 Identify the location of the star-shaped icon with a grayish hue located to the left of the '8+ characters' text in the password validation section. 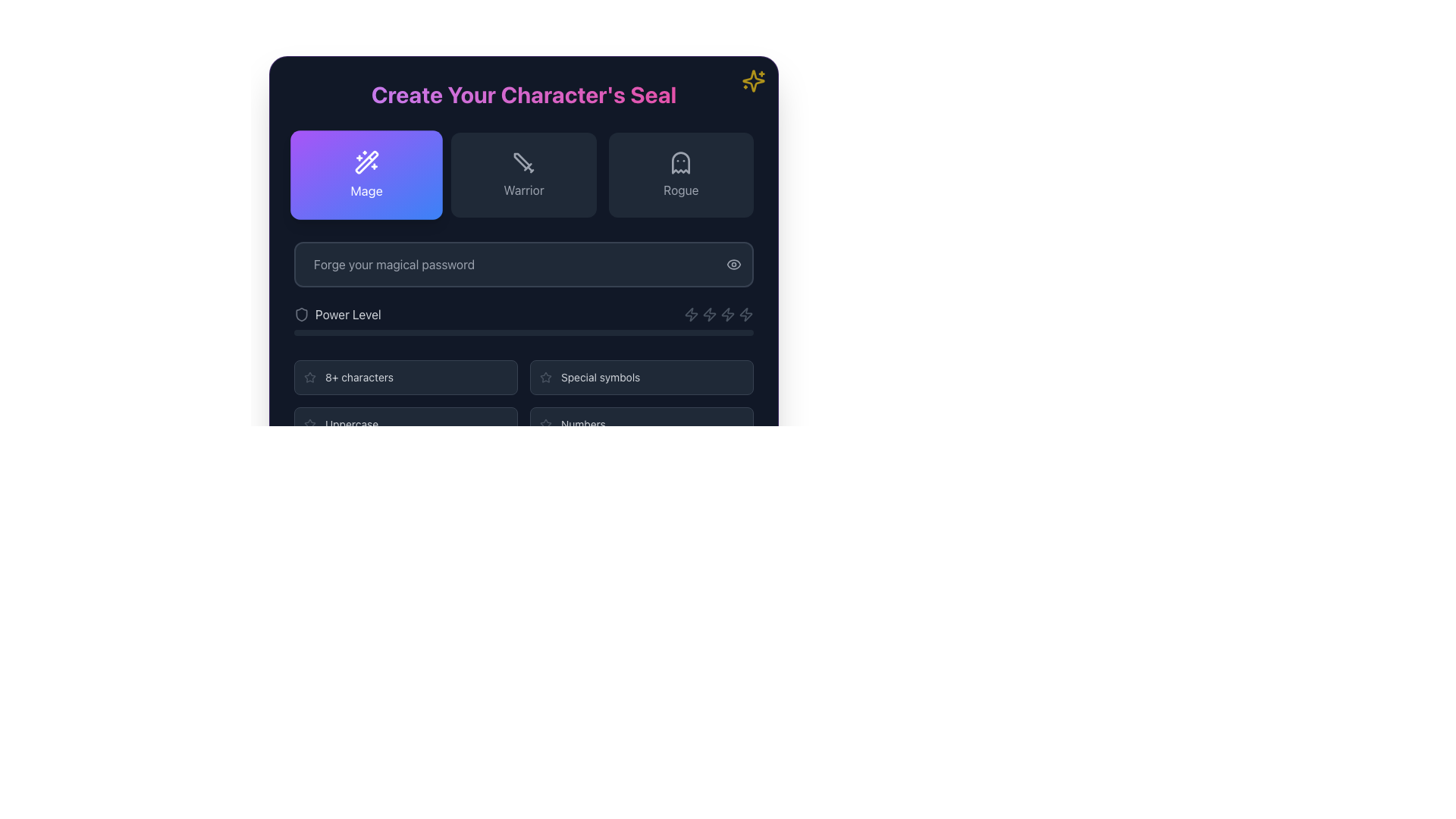
(309, 376).